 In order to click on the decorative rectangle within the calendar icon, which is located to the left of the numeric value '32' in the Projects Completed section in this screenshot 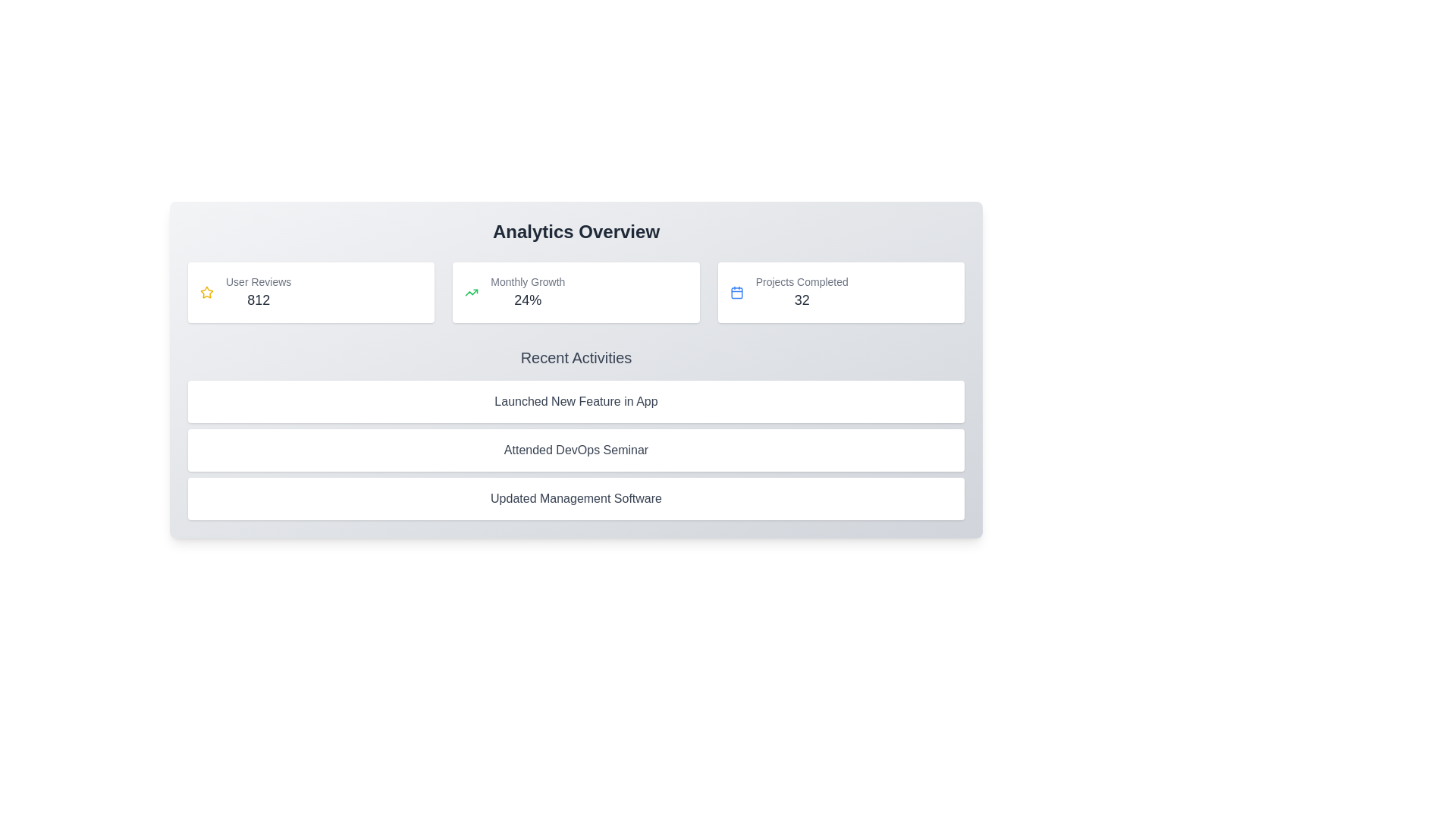, I will do `click(736, 293)`.